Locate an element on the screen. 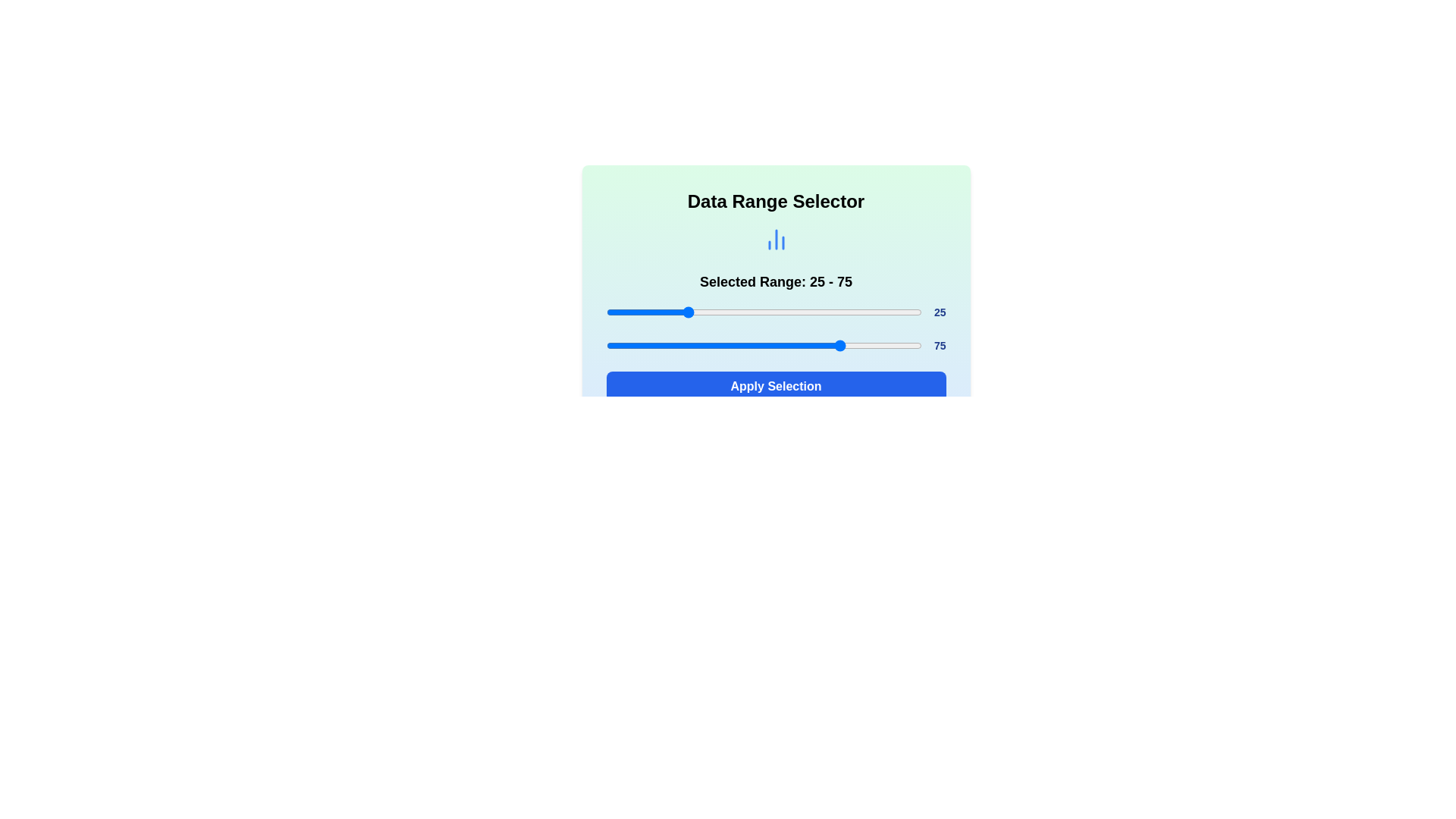 This screenshot has width=1456, height=819. the 'Apply Selection' button to confirm the selected range is located at coordinates (776, 385).